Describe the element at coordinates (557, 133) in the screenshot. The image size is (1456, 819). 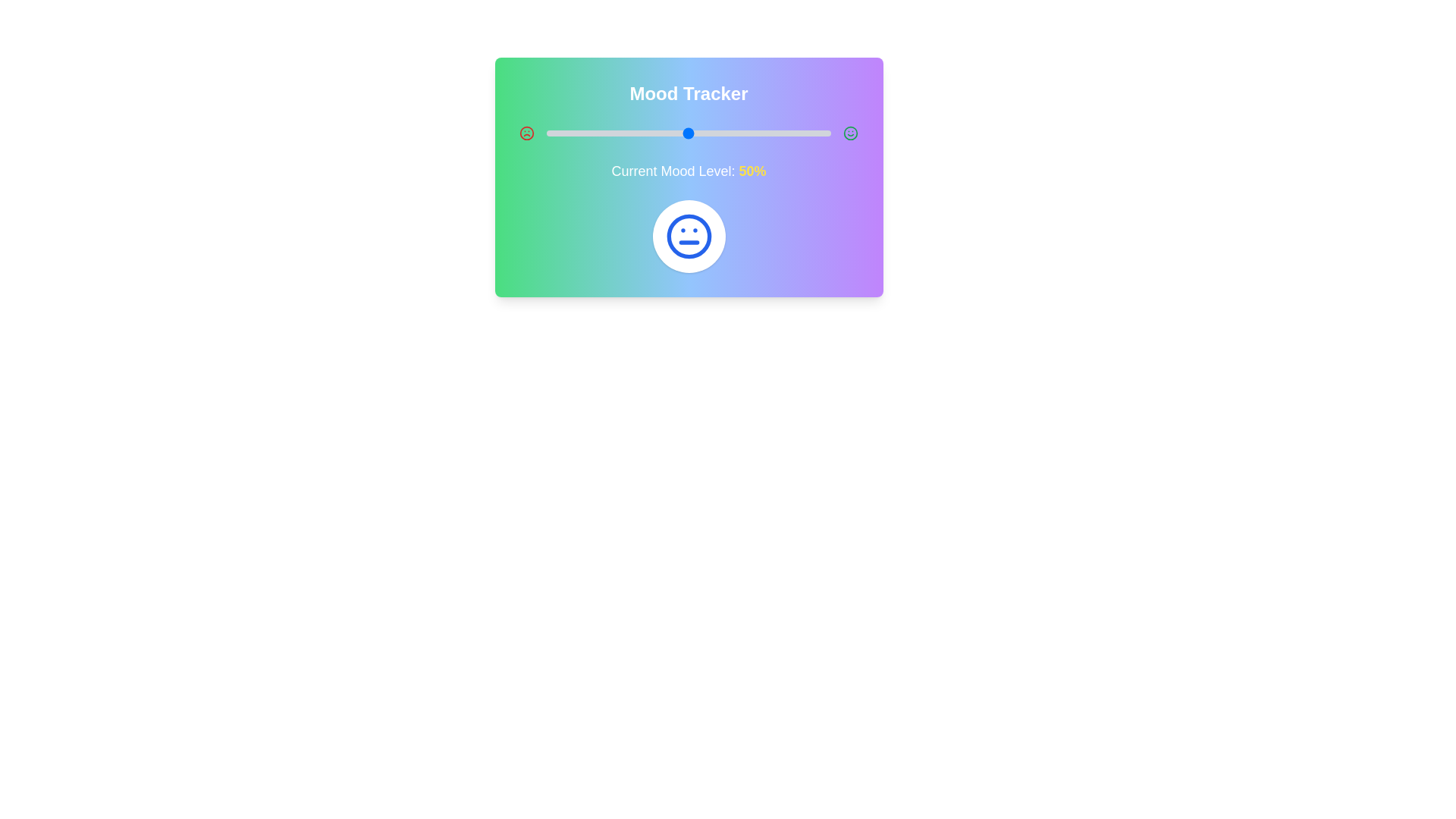
I see `the mood level to 4% by dragging the slider` at that location.